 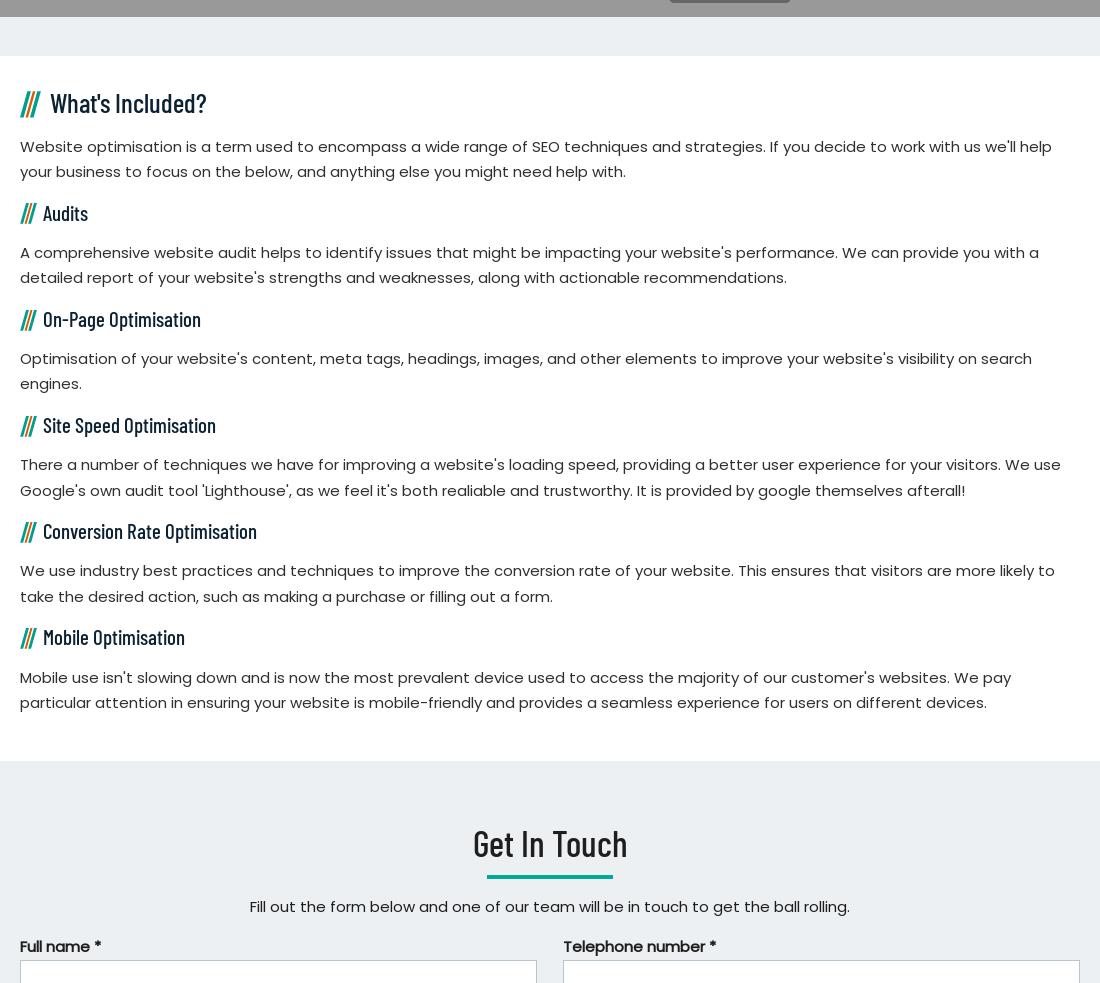 I want to click on 'Mobile use isn't slowing down and is now the most prevalent device used to access the majority of our customer's websites. We pay particular attention in ensuring your website is mobile-friendly and provides a seamless experience for users on different devices.', so click(x=515, y=688).